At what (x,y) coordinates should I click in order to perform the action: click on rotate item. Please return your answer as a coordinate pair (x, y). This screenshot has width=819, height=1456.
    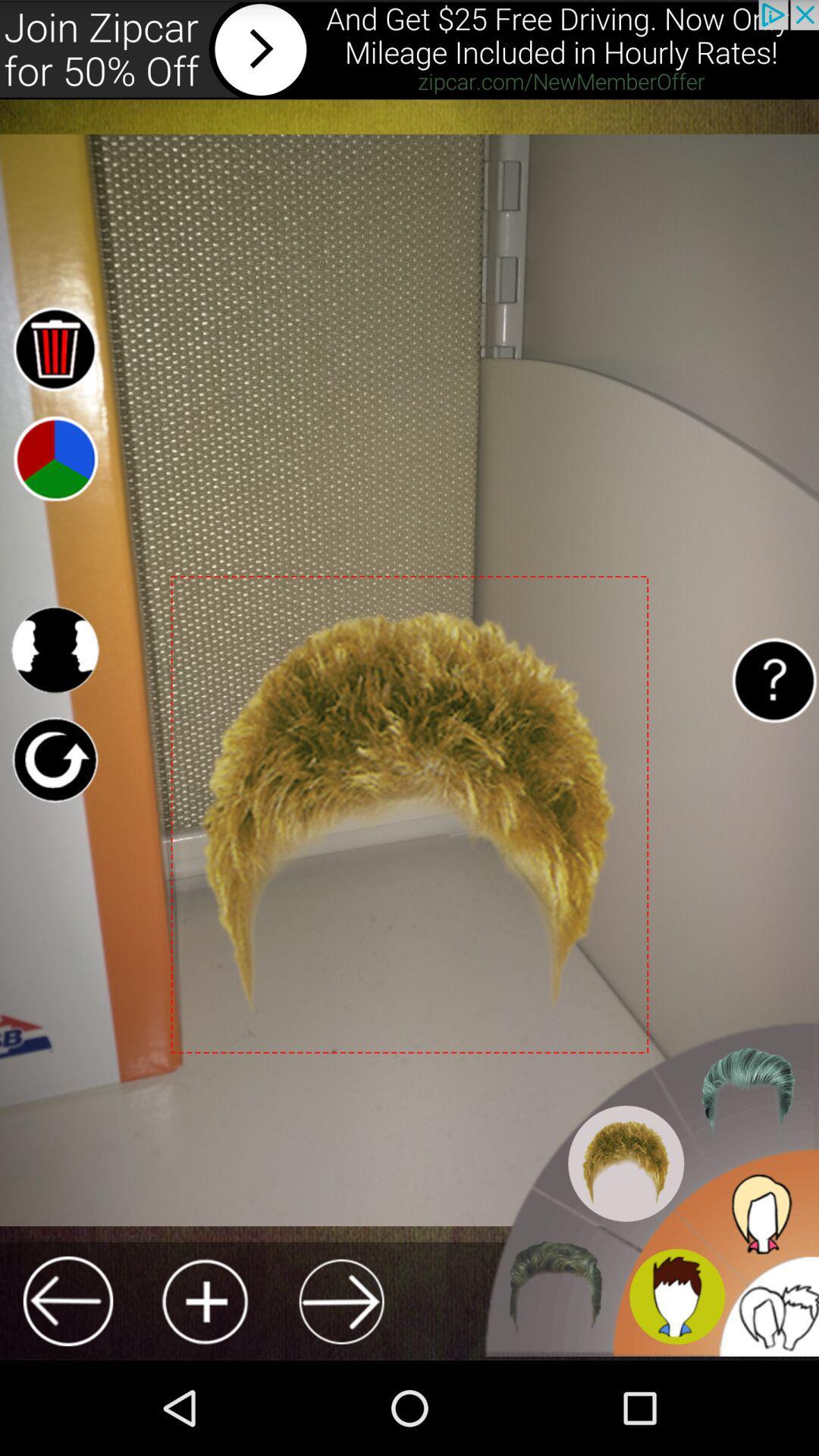
    Looking at the image, I should click on (54, 760).